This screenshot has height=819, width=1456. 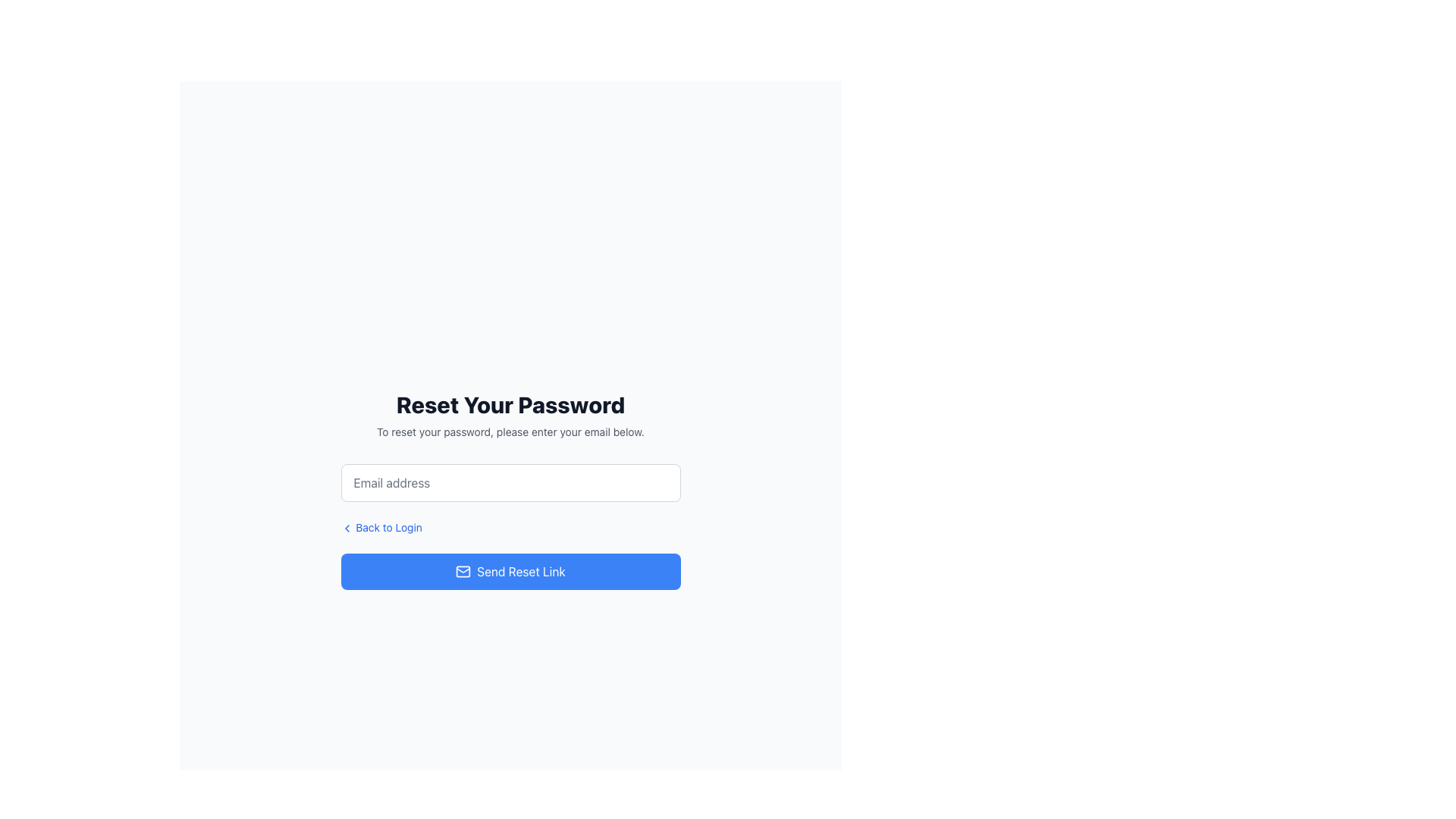 I want to click on the 'Send Reset Link' text label which is part of a blue button located at the bottom of the password reset page, so click(x=521, y=571).